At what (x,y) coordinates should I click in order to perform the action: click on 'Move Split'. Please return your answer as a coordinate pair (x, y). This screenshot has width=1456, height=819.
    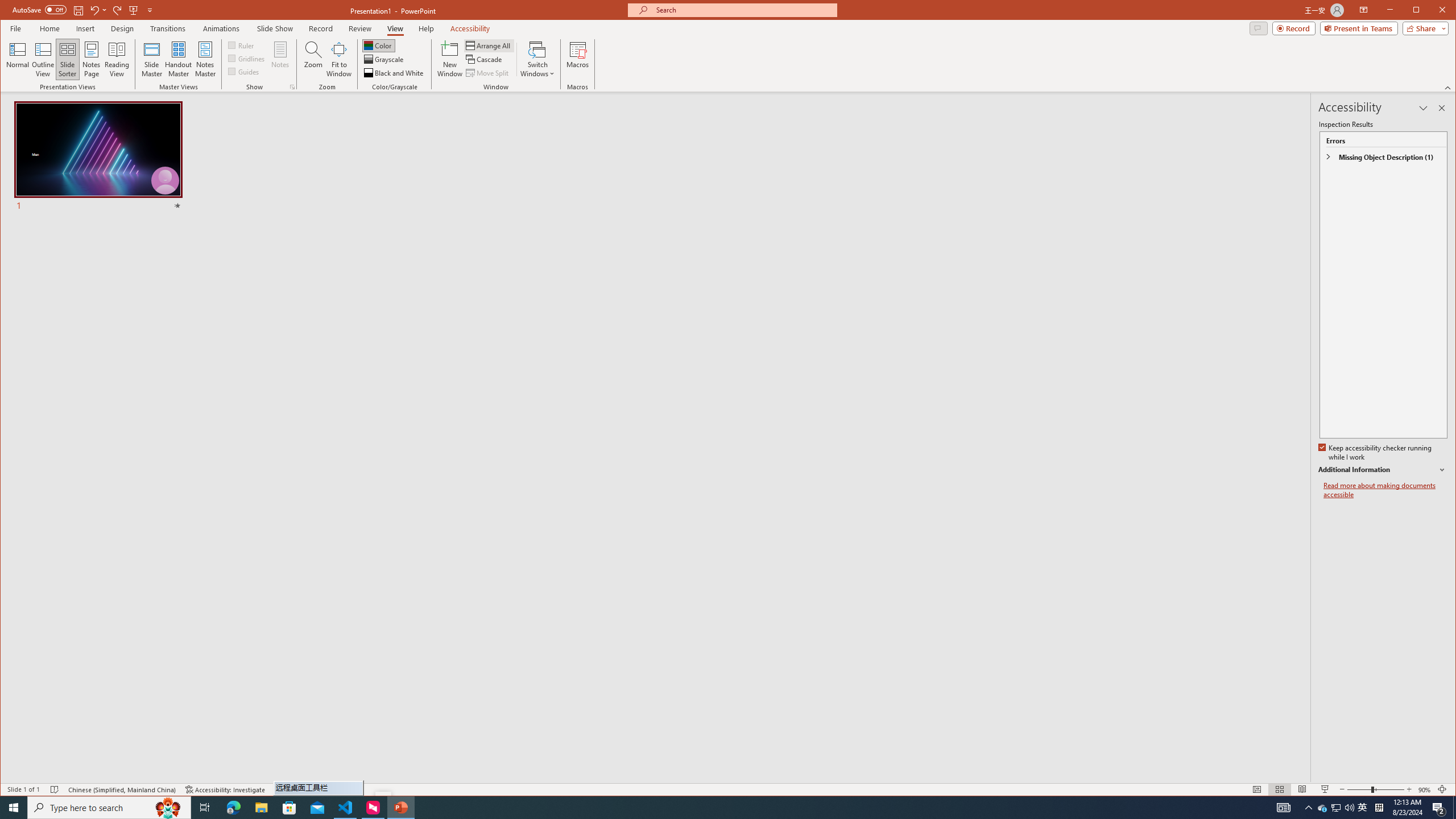
    Looking at the image, I should click on (487, 72).